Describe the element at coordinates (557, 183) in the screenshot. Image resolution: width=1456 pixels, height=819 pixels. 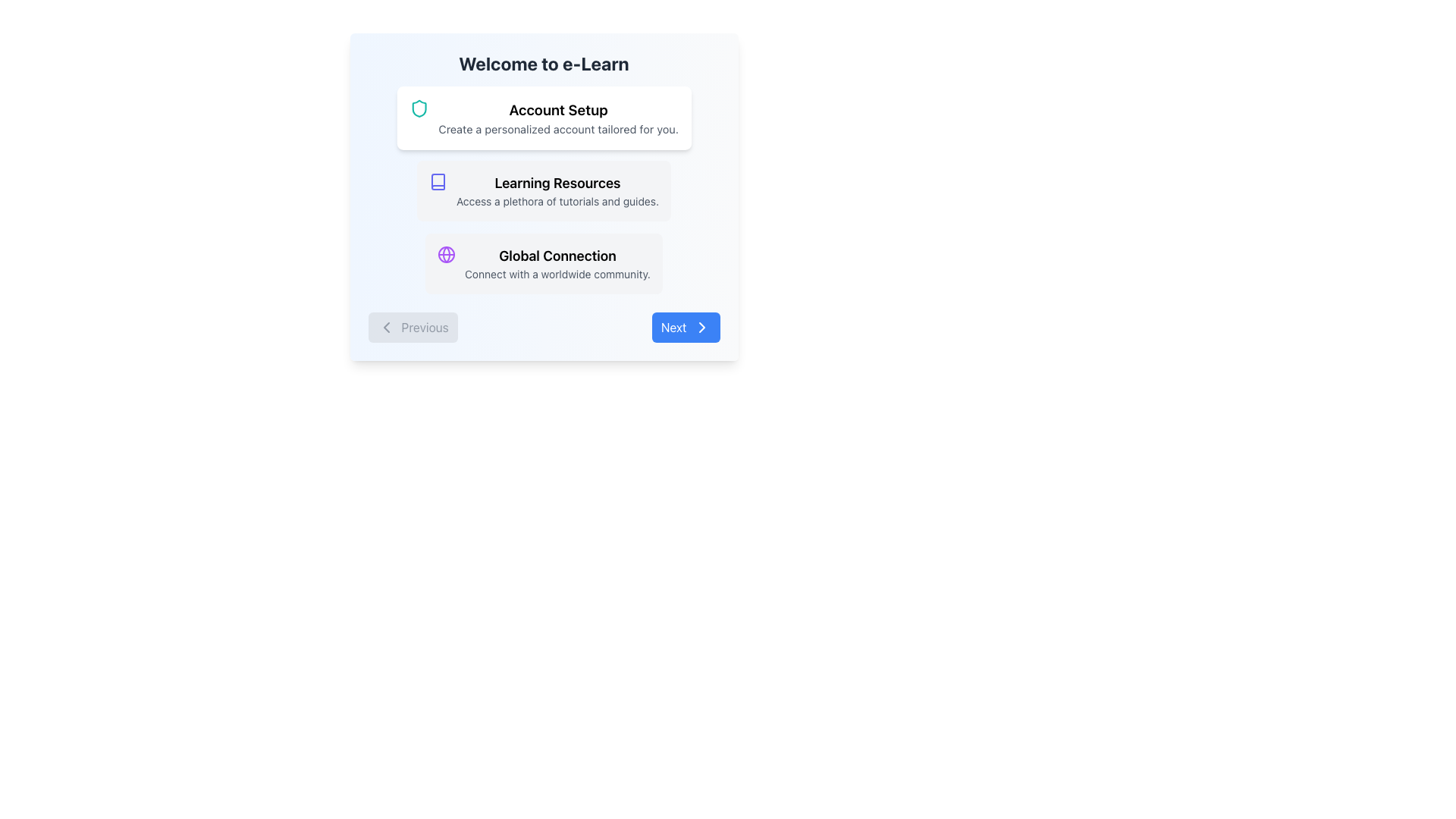
I see `the bold text label reading 'Learning Resources', which is positioned centrally below the 'Welcome to e-Learn' header and above the 'Global Connection' option` at that location.